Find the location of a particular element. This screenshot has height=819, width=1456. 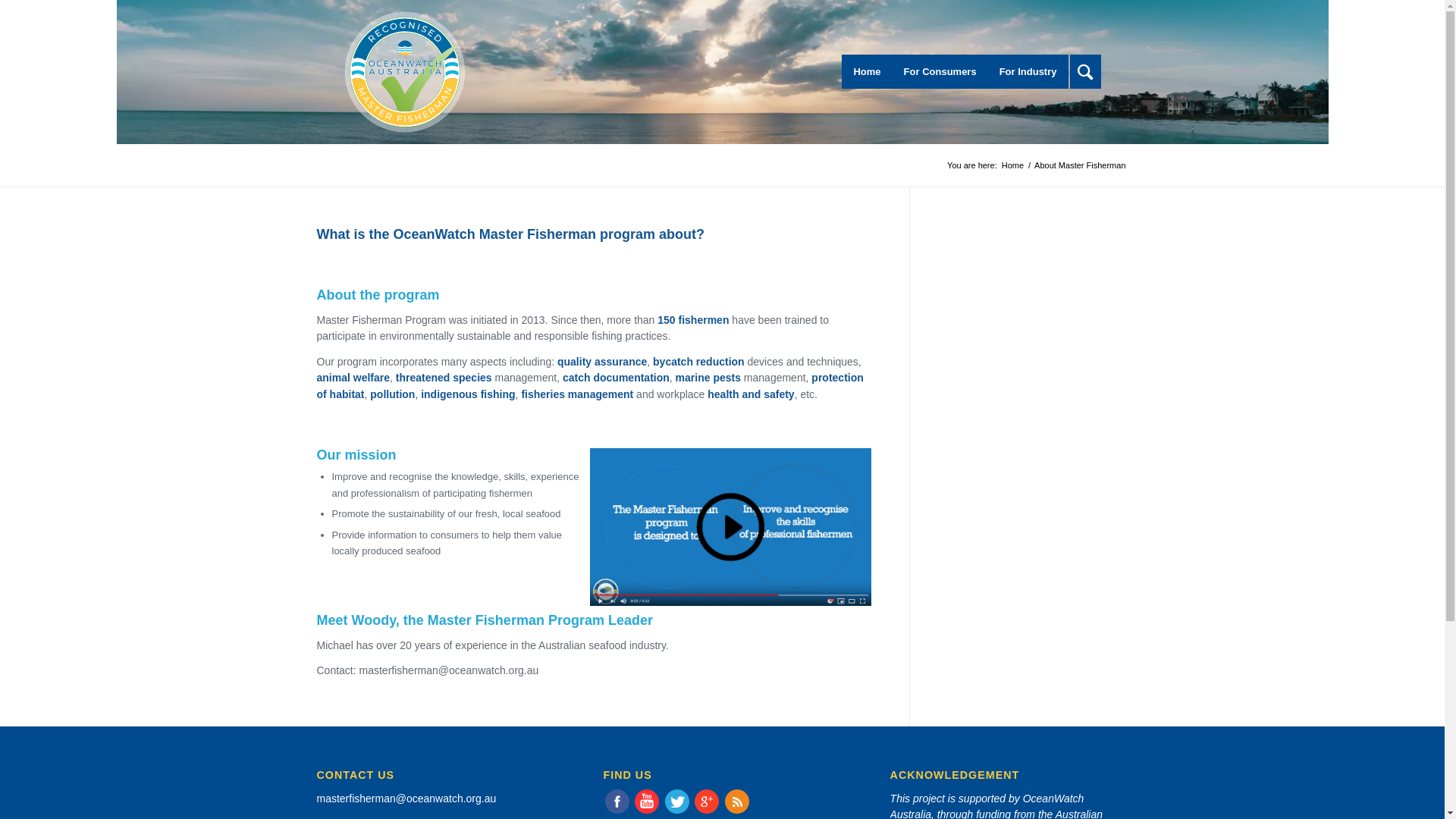

'masterfisherman@oceanwatch.org.au' is located at coordinates (406, 798).